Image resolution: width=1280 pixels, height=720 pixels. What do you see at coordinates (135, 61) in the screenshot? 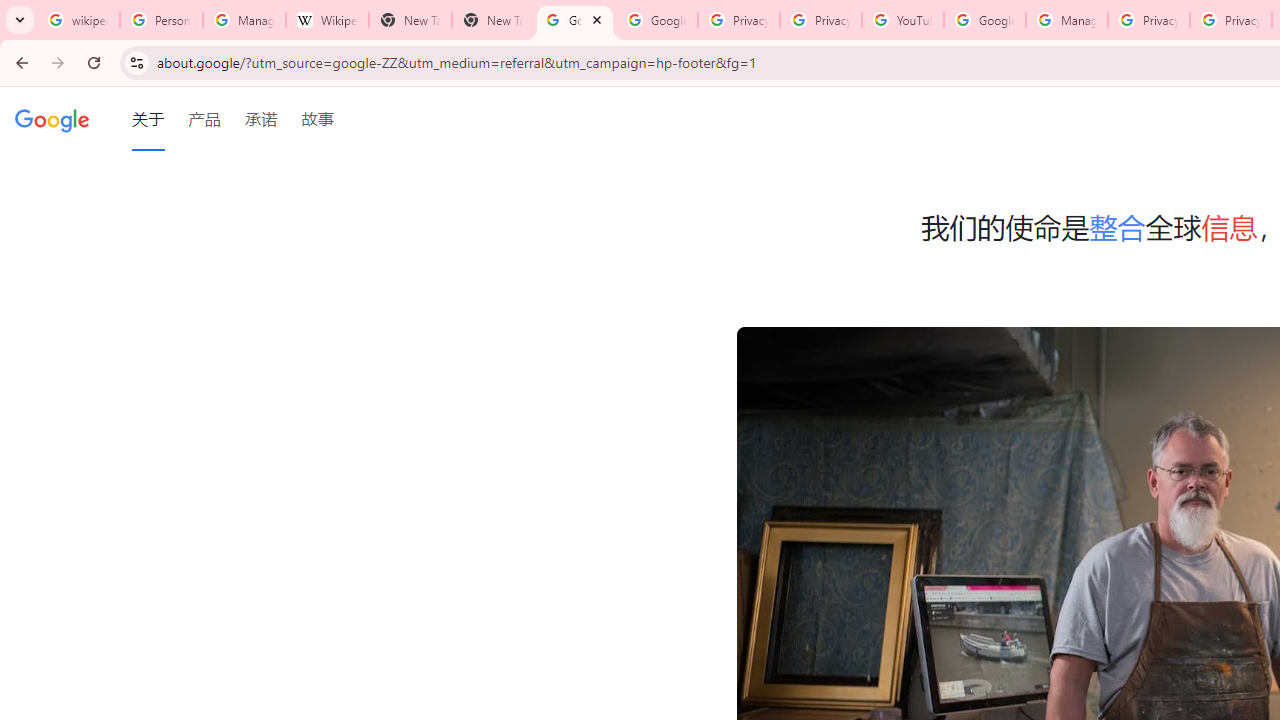
I see `'View site information'` at bounding box center [135, 61].